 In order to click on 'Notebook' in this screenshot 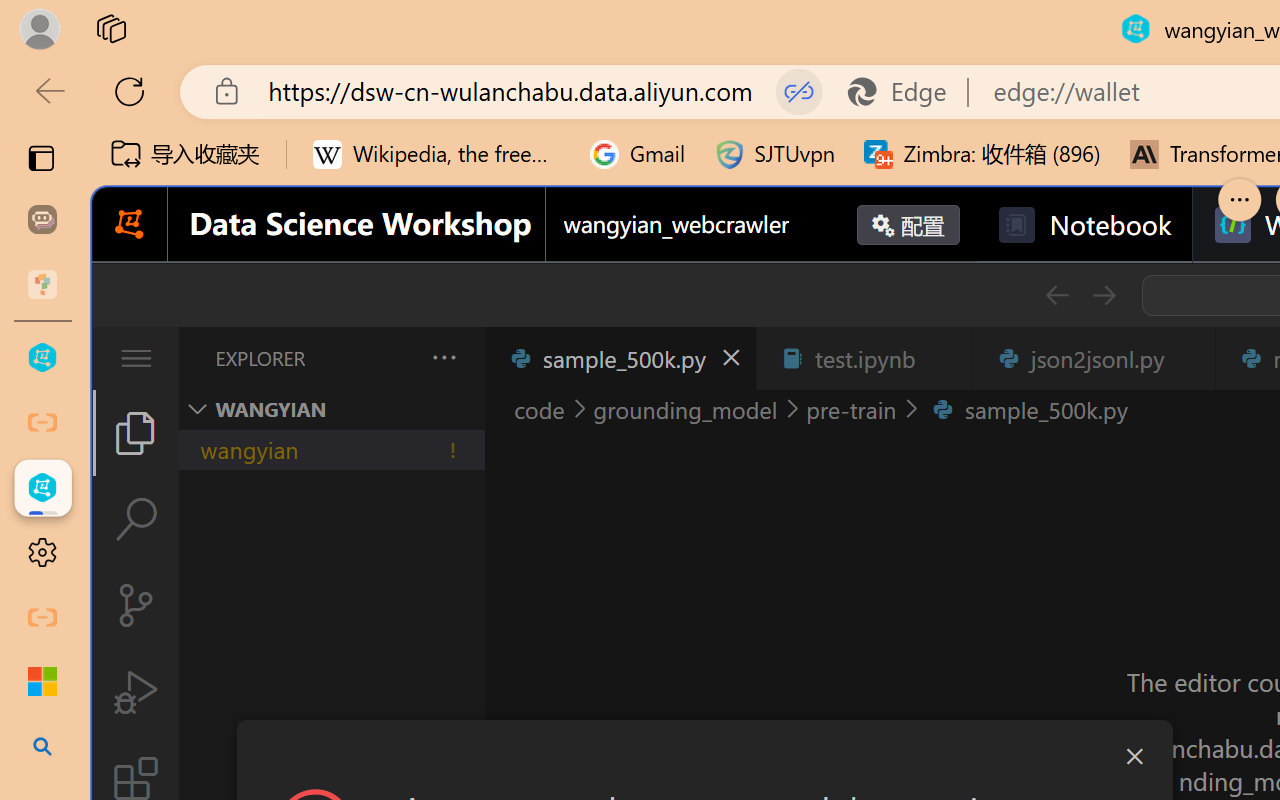, I will do `click(1083, 225)`.